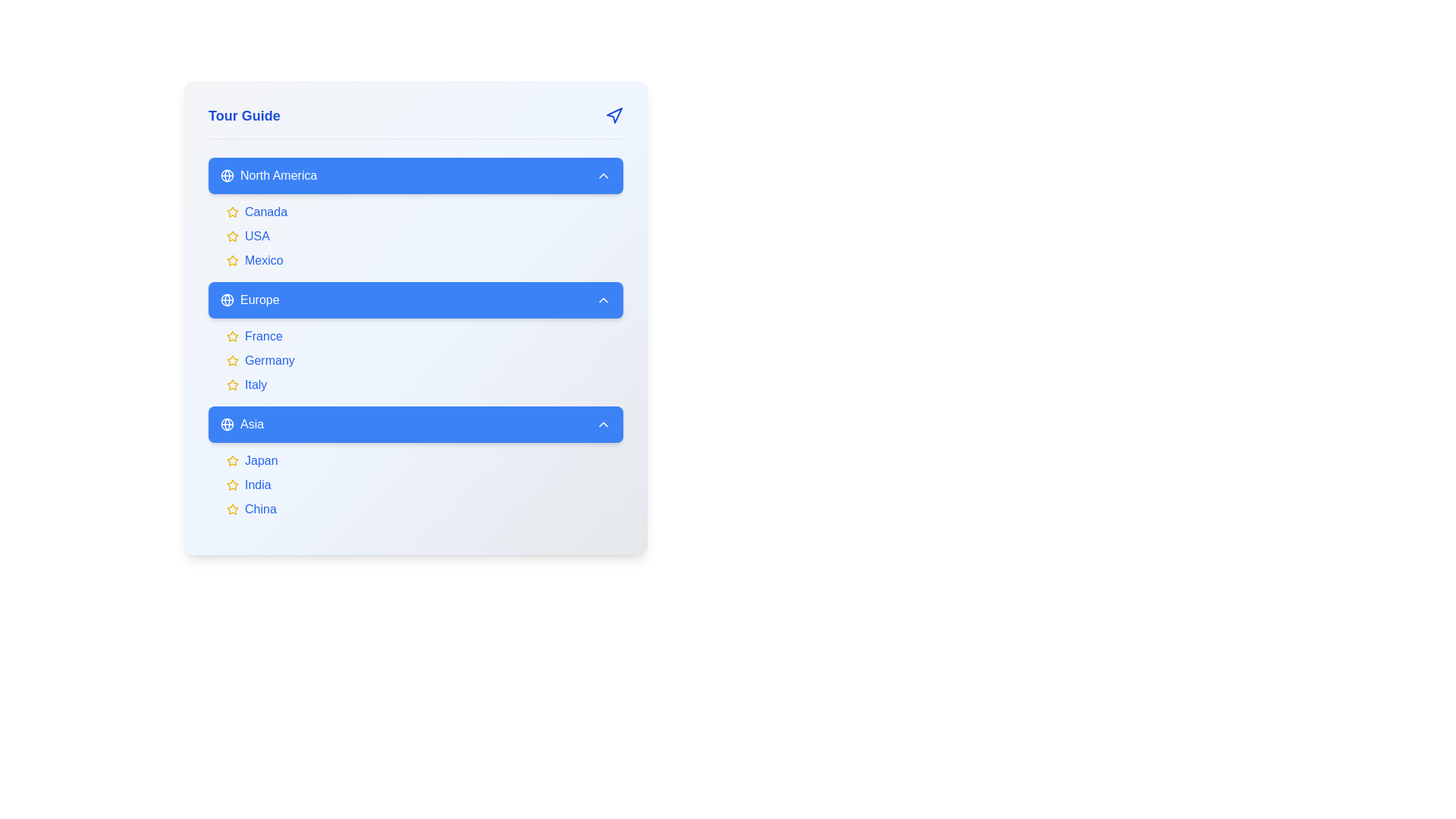 This screenshot has height=819, width=1456. What do you see at coordinates (232, 485) in the screenshot?
I see `the star icon that indicates a favorite or highlighted status for the entry labeled 'India', which is located in the list under the 'Asia' header` at bounding box center [232, 485].